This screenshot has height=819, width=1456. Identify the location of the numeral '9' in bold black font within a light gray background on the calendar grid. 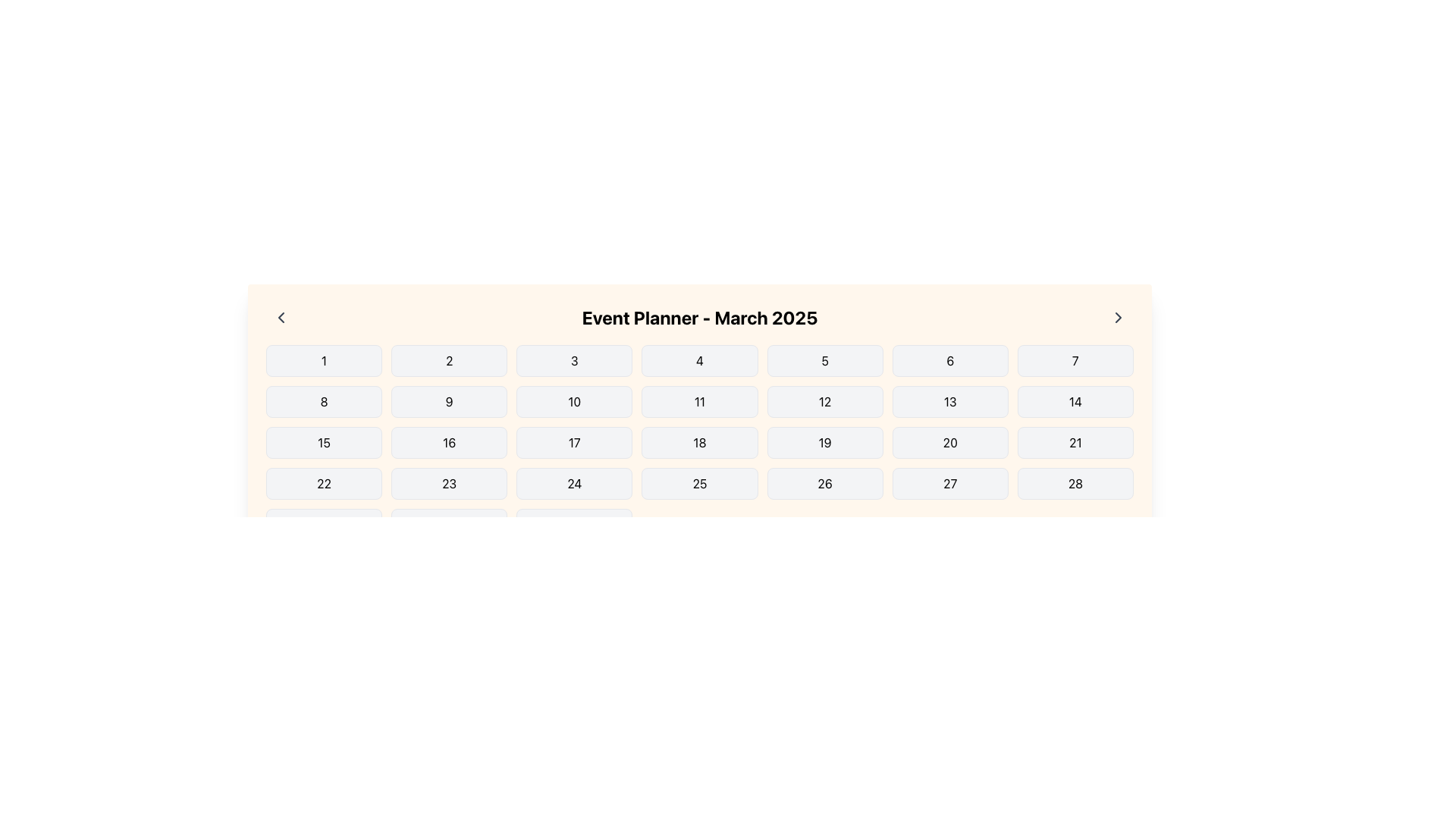
(448, 400).